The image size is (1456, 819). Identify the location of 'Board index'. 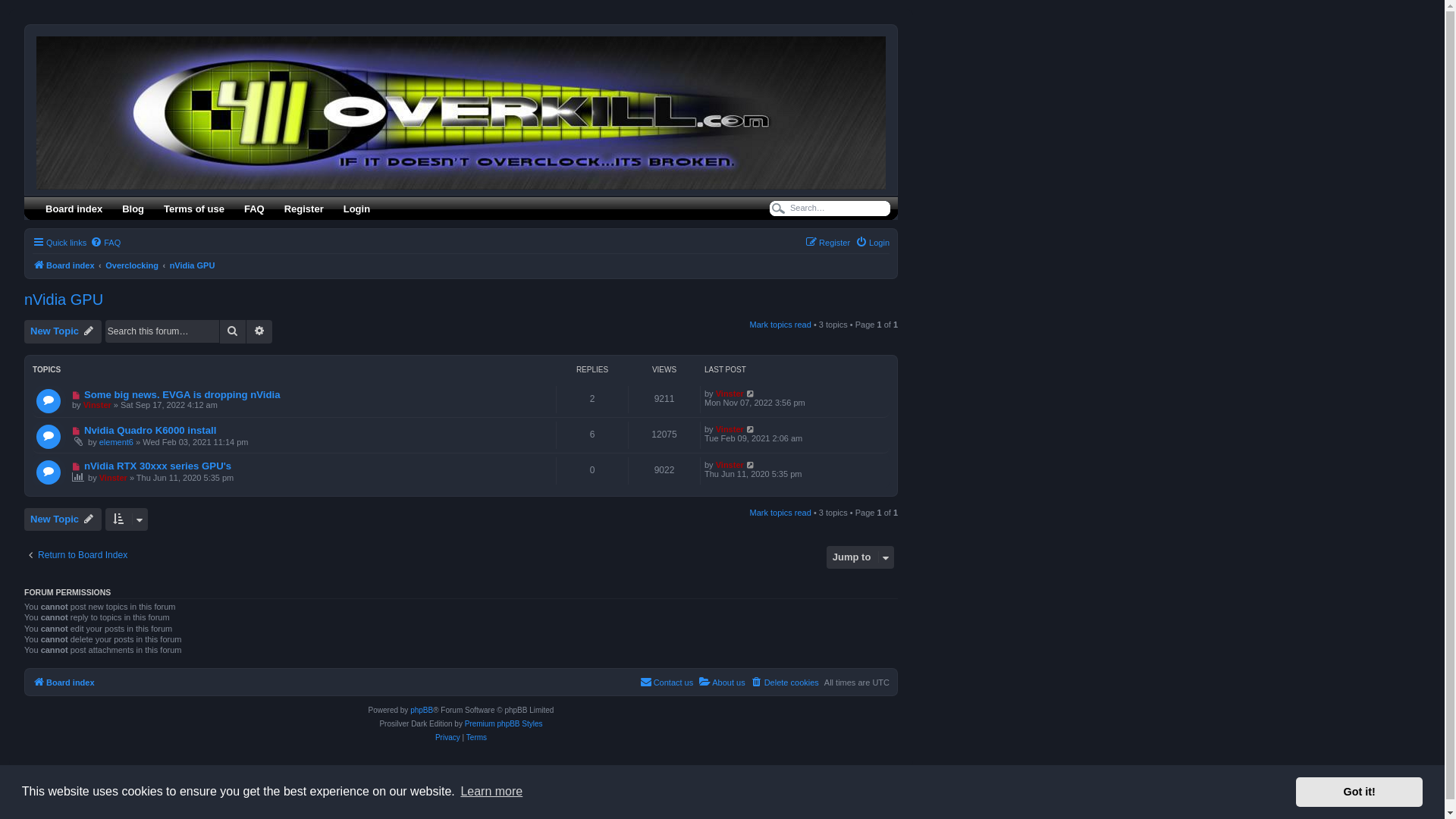
(73, 208).